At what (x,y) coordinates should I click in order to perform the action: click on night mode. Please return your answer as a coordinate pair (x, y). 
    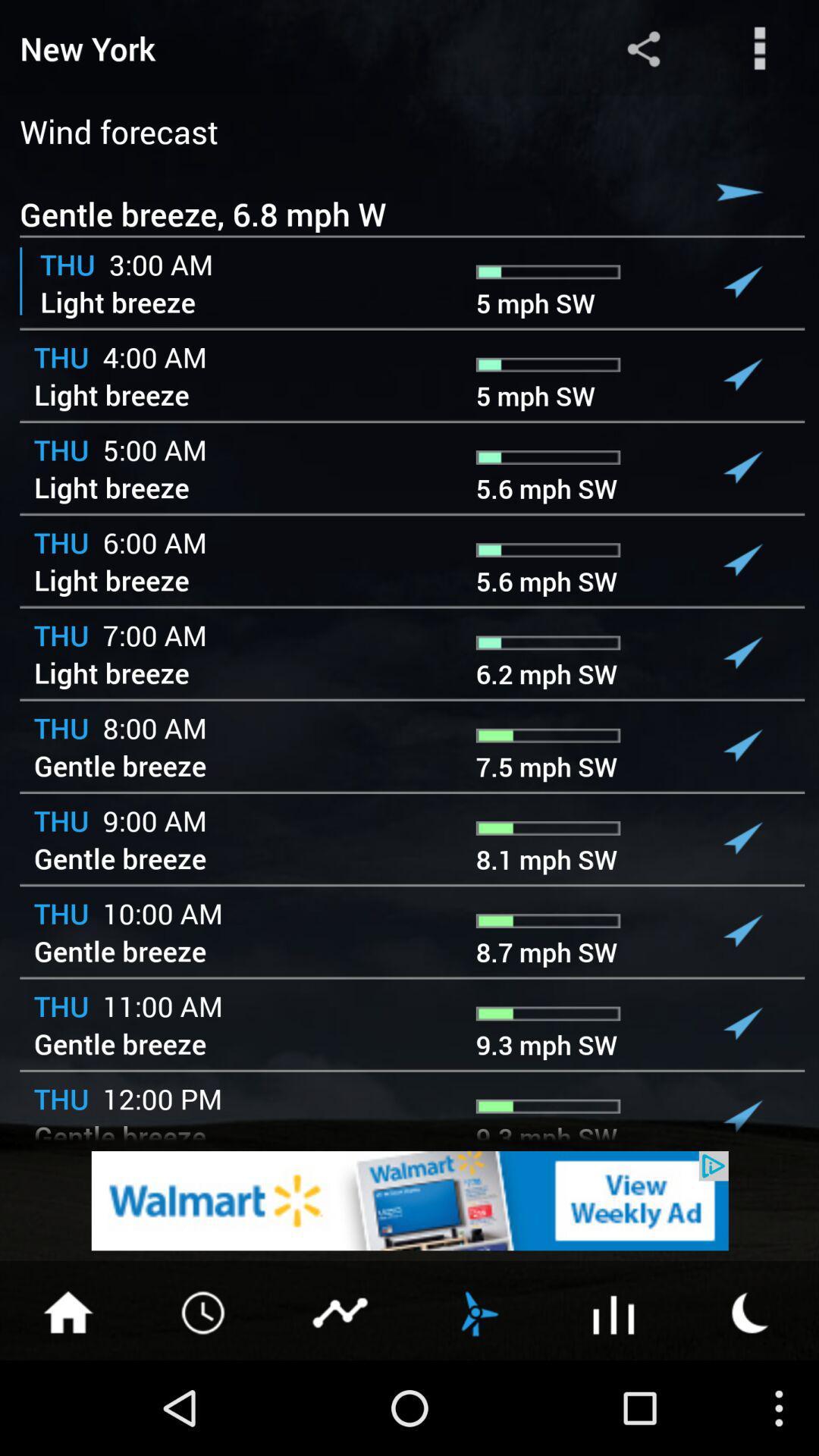
    Looking at the image, I should click on (751, 1310).